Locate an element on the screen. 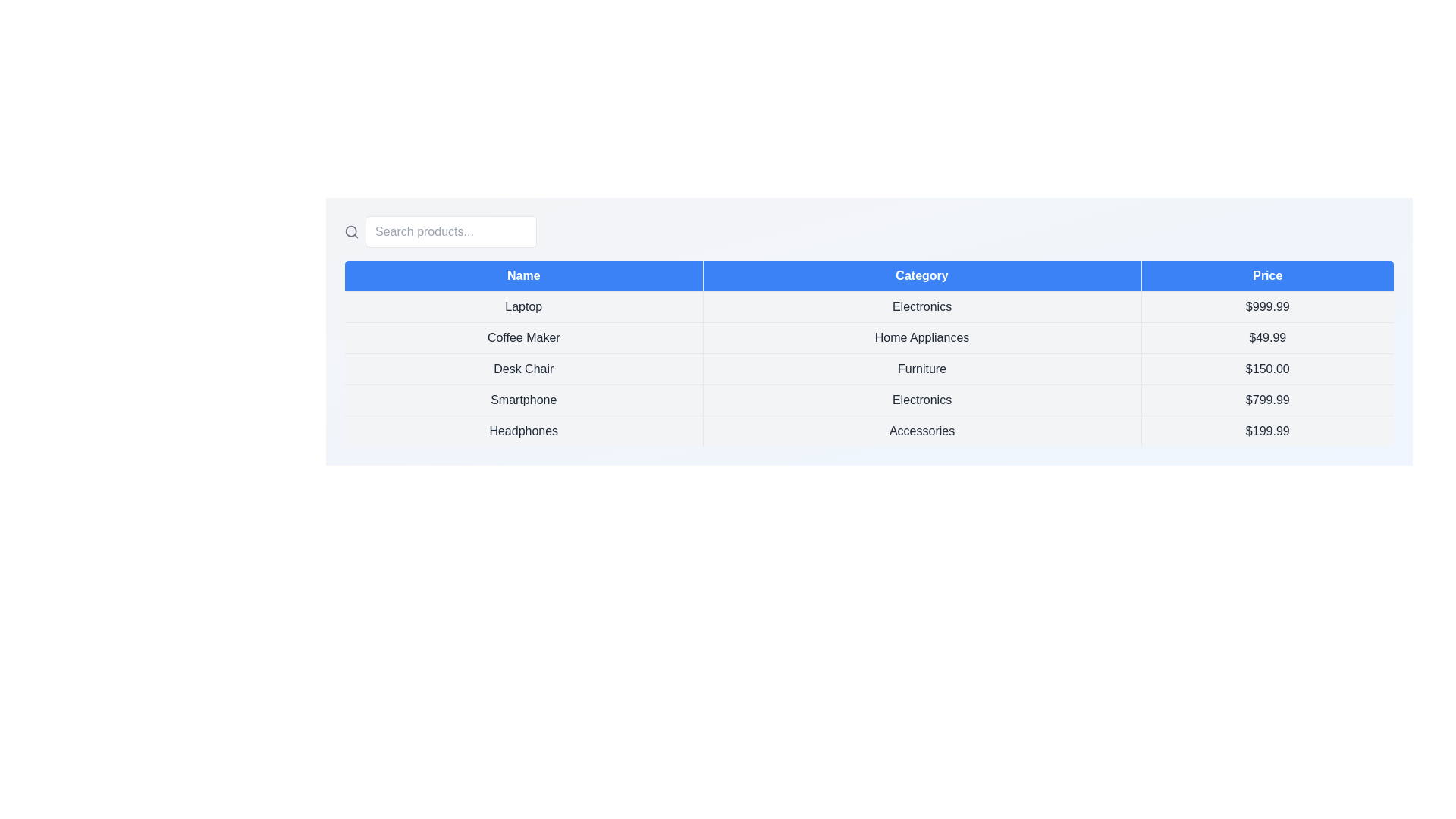  the Text Display that shows the price of the 'Headphones' product, located in the rightmost cell of the last row in the table is located at coordinates (1267, 431).